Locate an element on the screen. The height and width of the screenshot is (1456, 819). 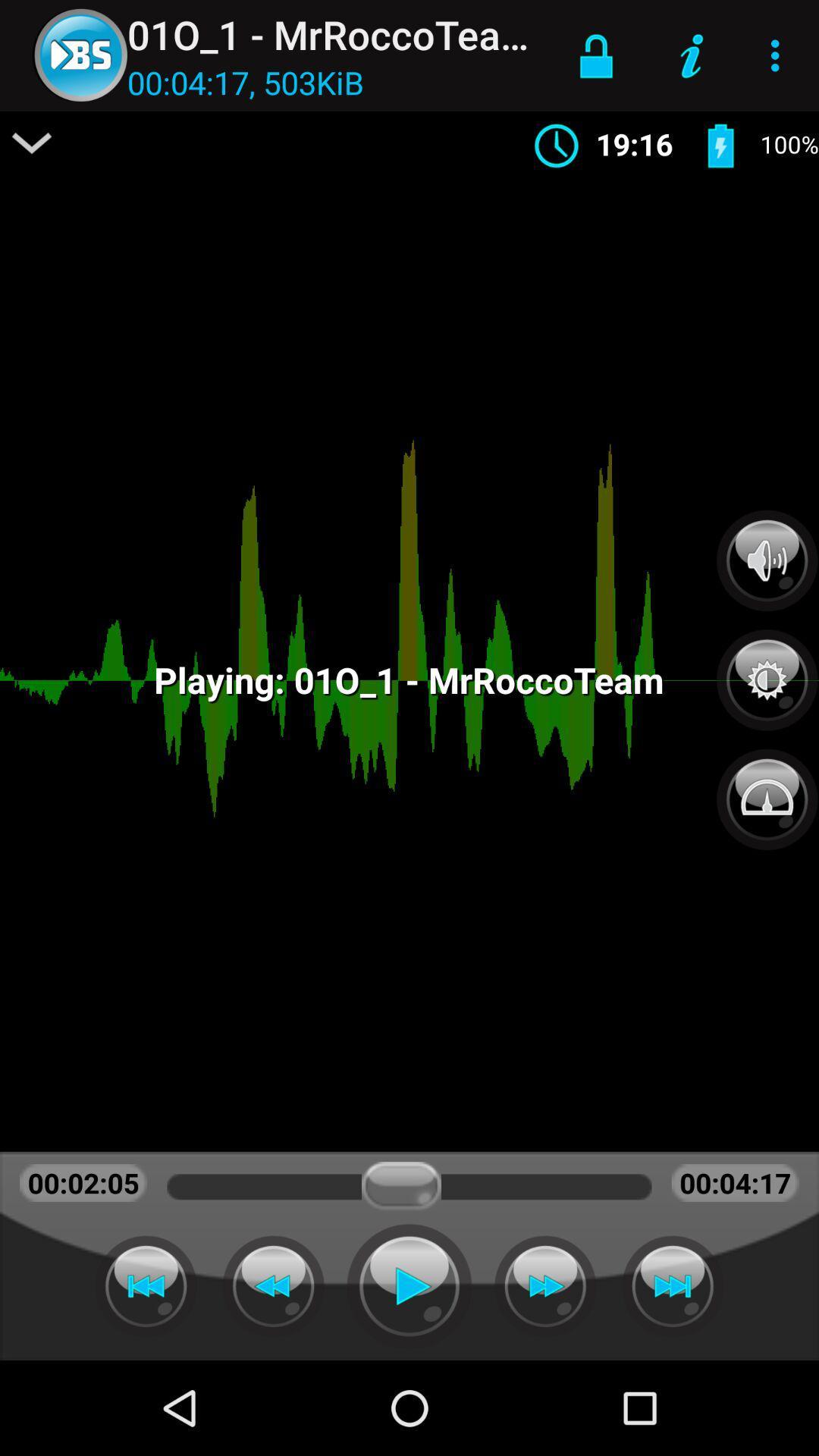
song is located at coordinates (409, 1285).